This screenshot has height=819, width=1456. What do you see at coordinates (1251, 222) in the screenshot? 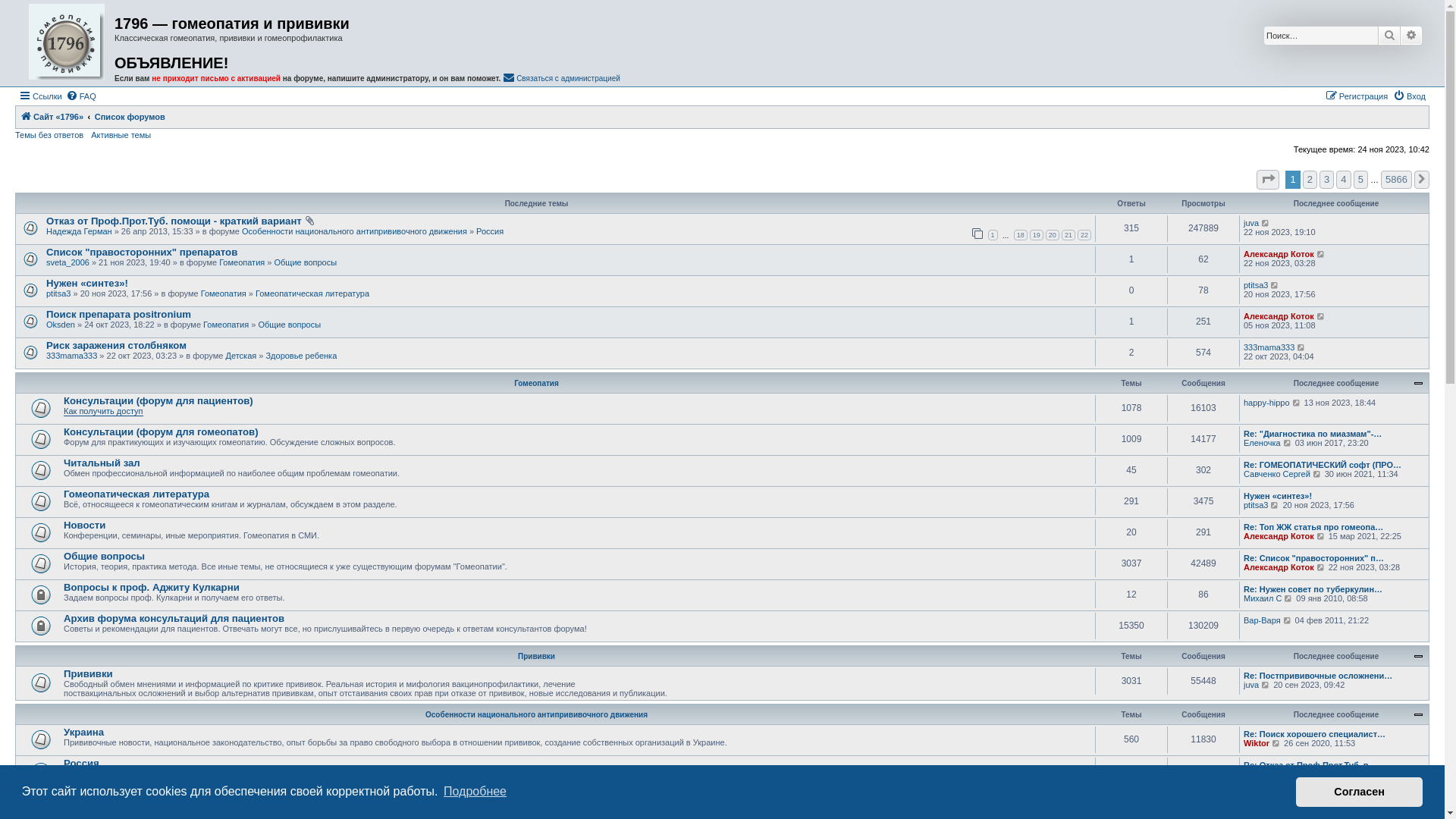
I see `'juva'` at bounding box center [1251, 222].